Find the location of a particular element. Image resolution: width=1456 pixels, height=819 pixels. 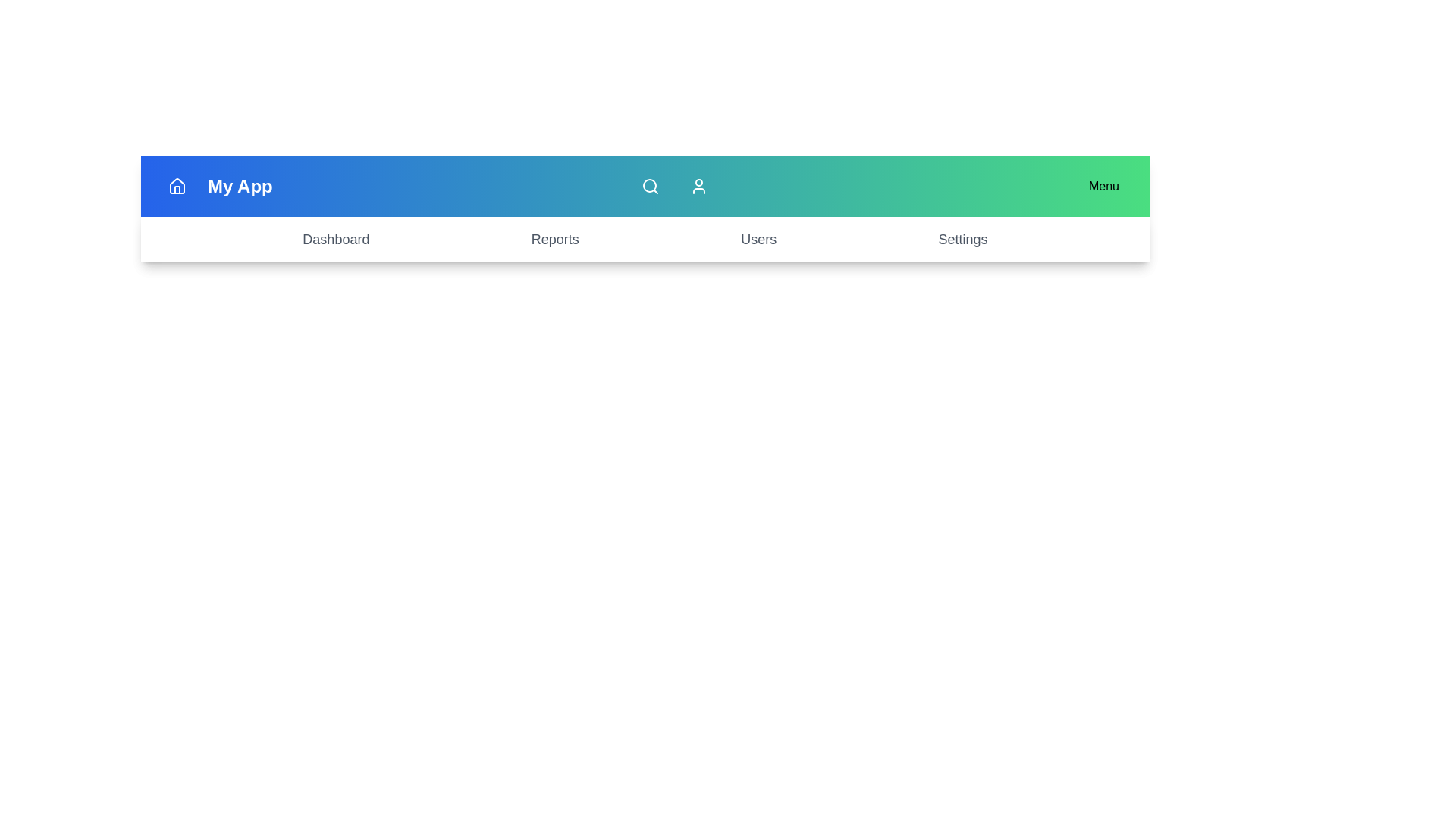

the 'Search' button located in the navigation bar is located at coordinates (650, 186).